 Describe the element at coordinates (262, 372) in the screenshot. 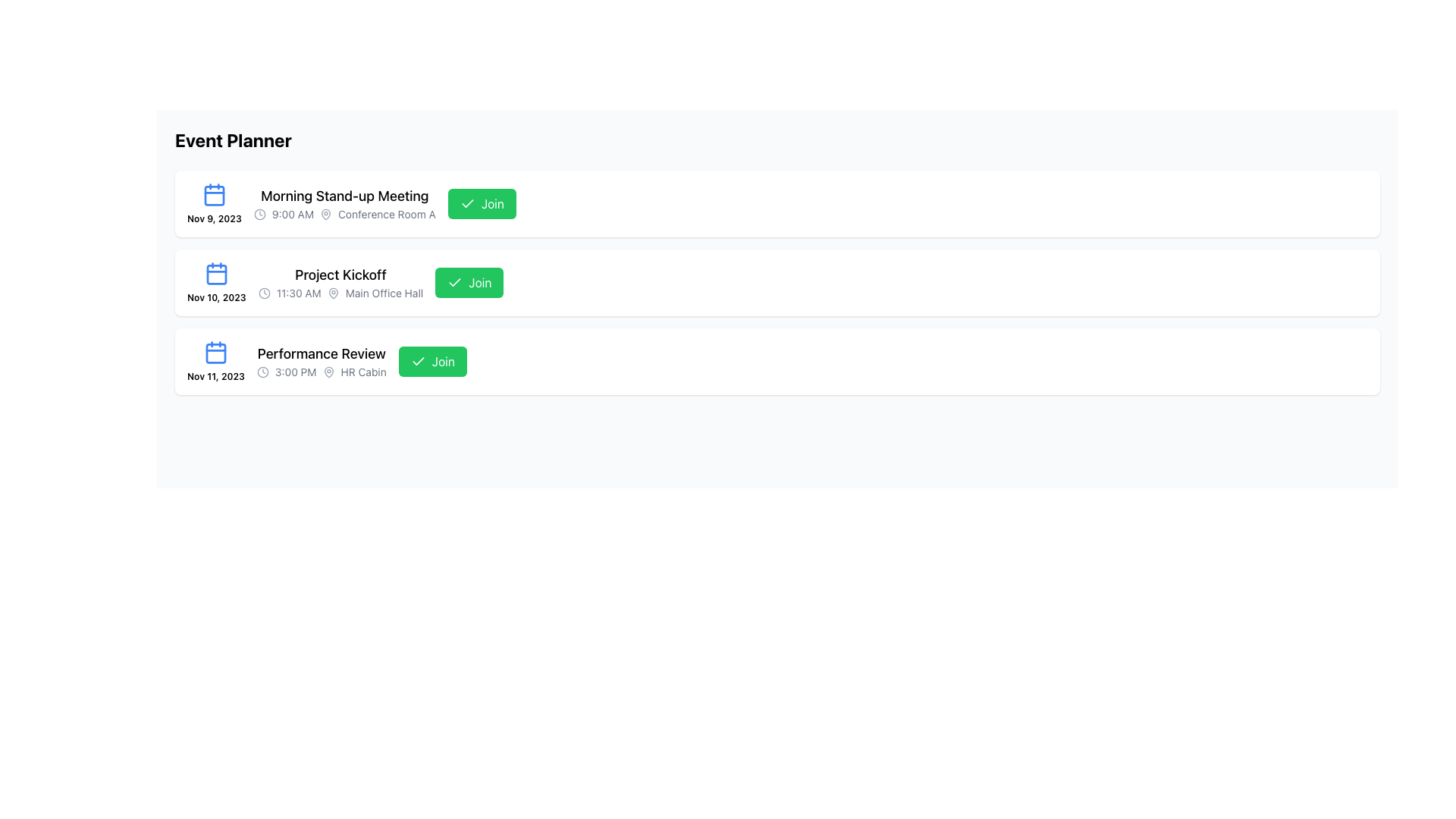

I see `the icon indicating the time of the event located in the third row of the 'Event Planner' section, adjacent to the text '3:00 PM'` at that location.